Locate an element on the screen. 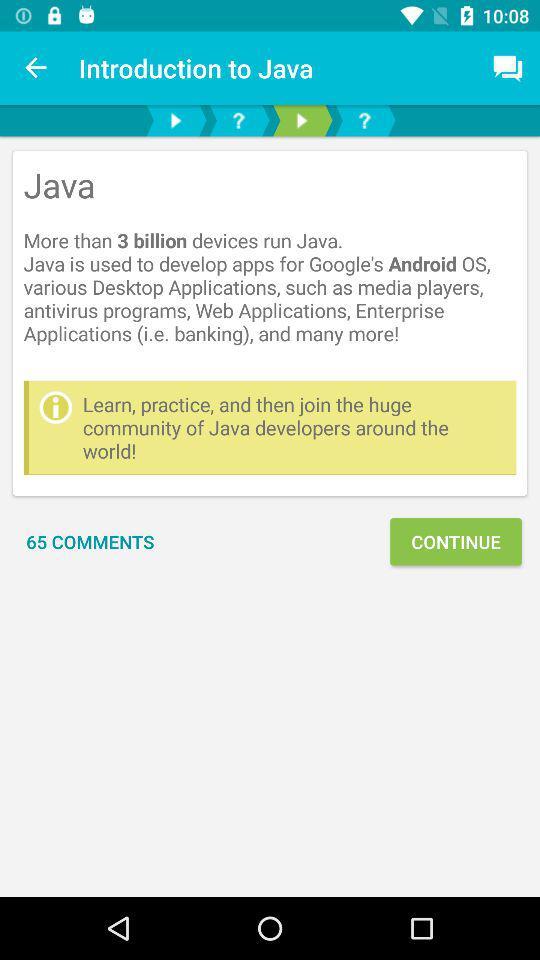 Image resolution: width=540 pixels, height=960 pixels. the learn practice and icon is located at coordinates (293, 427).